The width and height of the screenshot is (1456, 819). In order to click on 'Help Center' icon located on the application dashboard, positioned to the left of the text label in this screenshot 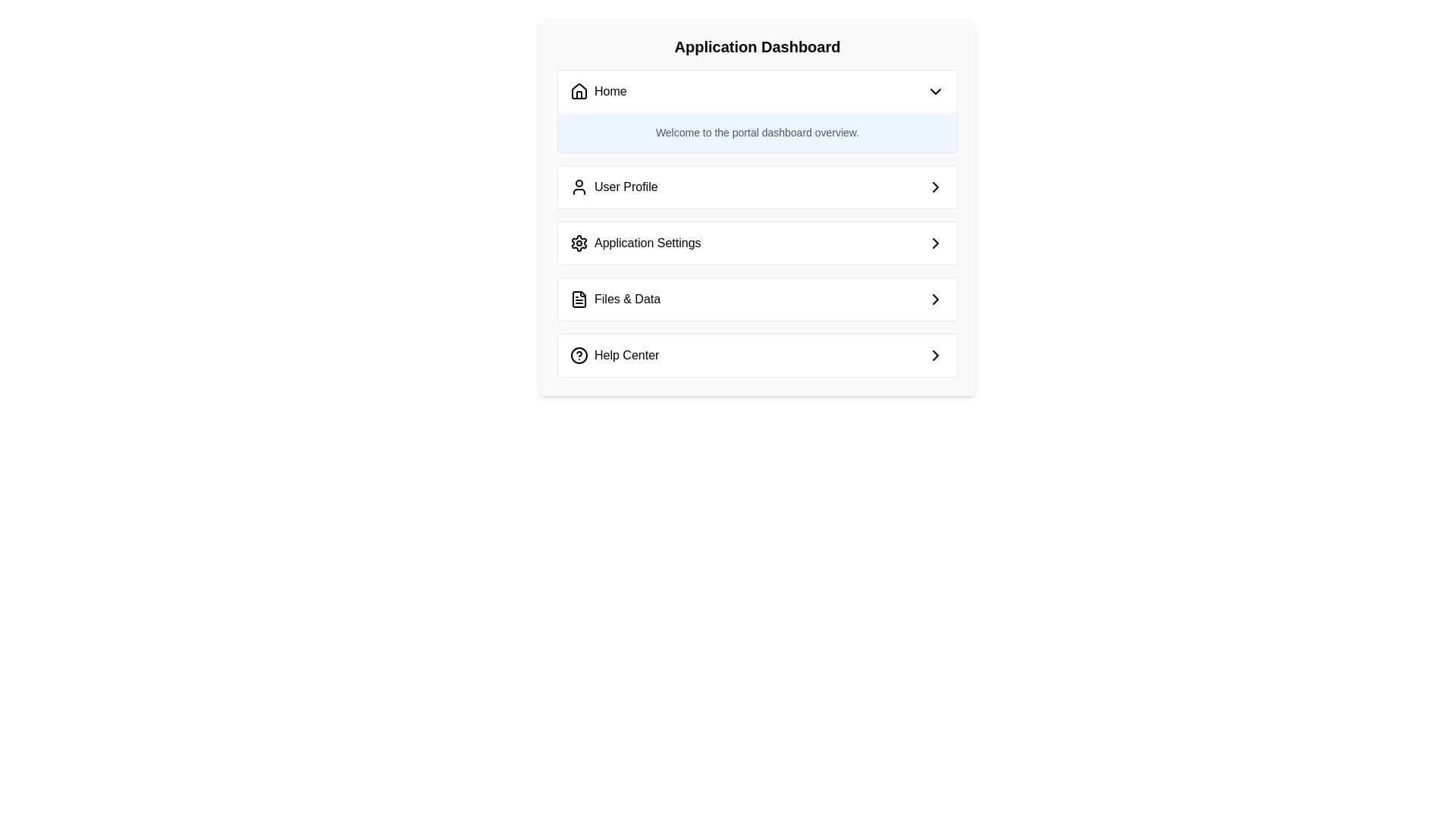, I will do `click(578, 356)`.